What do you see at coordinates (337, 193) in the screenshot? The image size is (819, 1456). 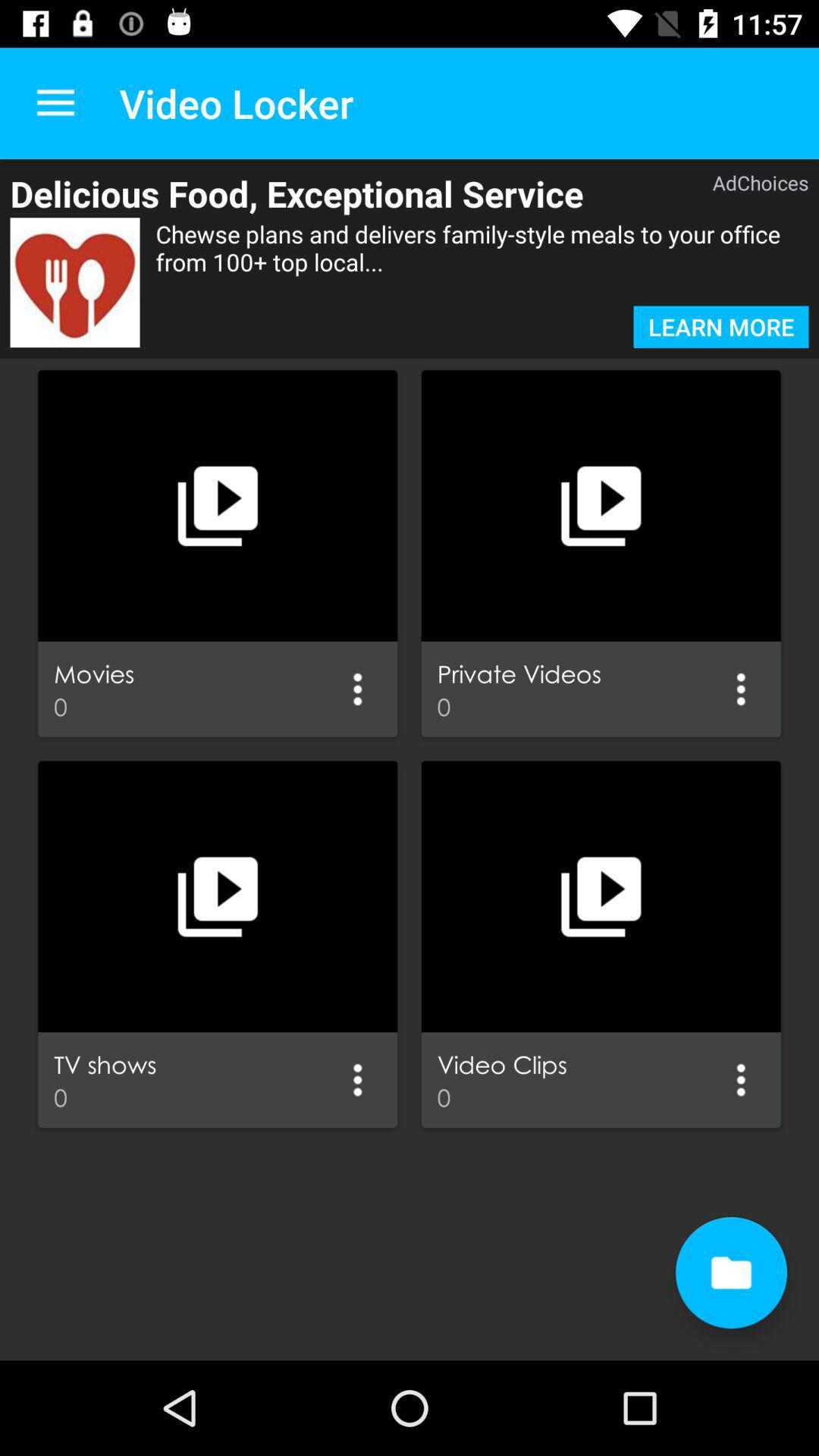 I see `item to the left of adchoices` at bounding box center [337, 193].